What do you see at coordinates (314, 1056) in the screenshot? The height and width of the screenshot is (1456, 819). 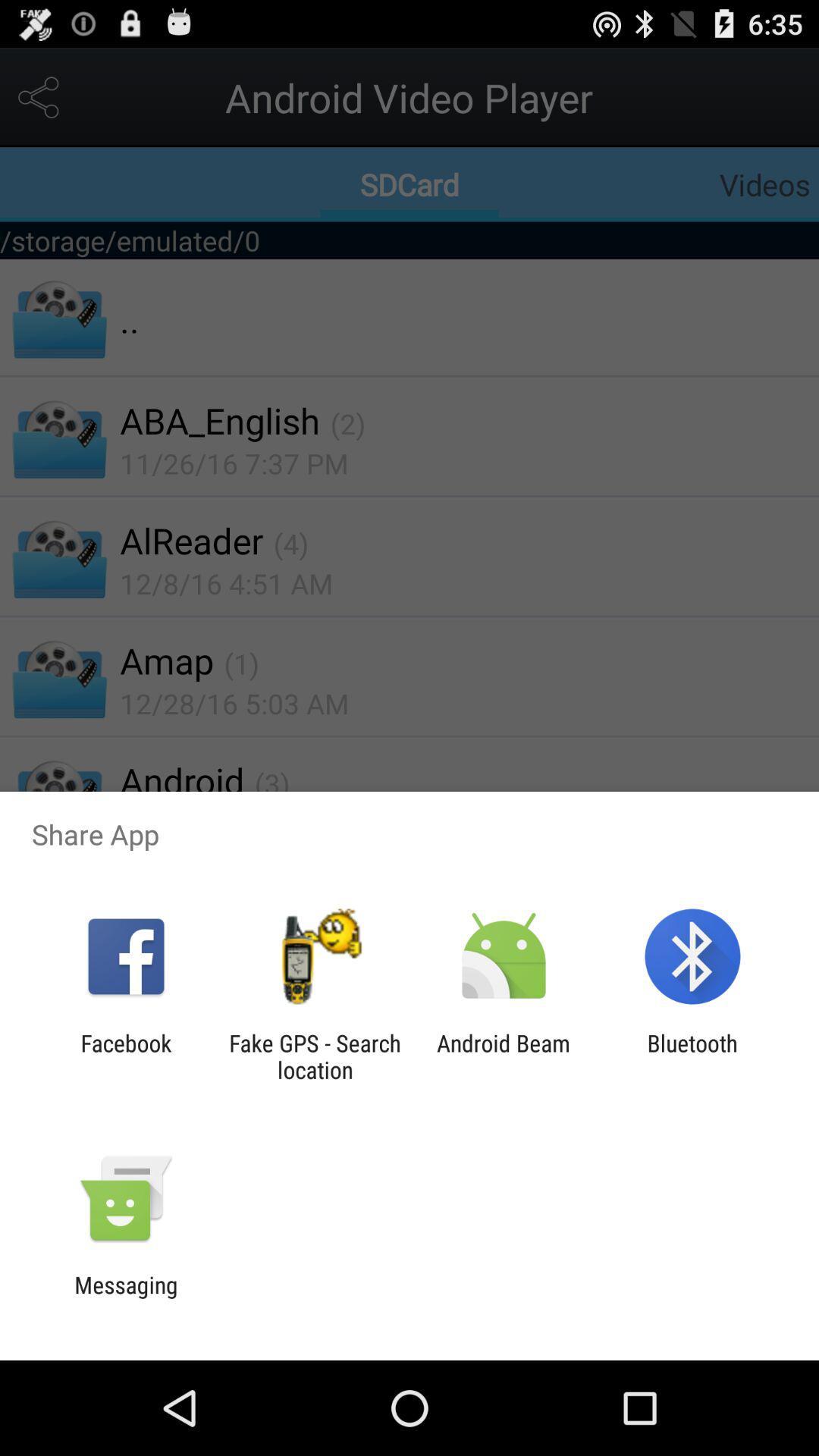 I see `the icon to the right of the facebook item` at bounding box center [314, 1056].